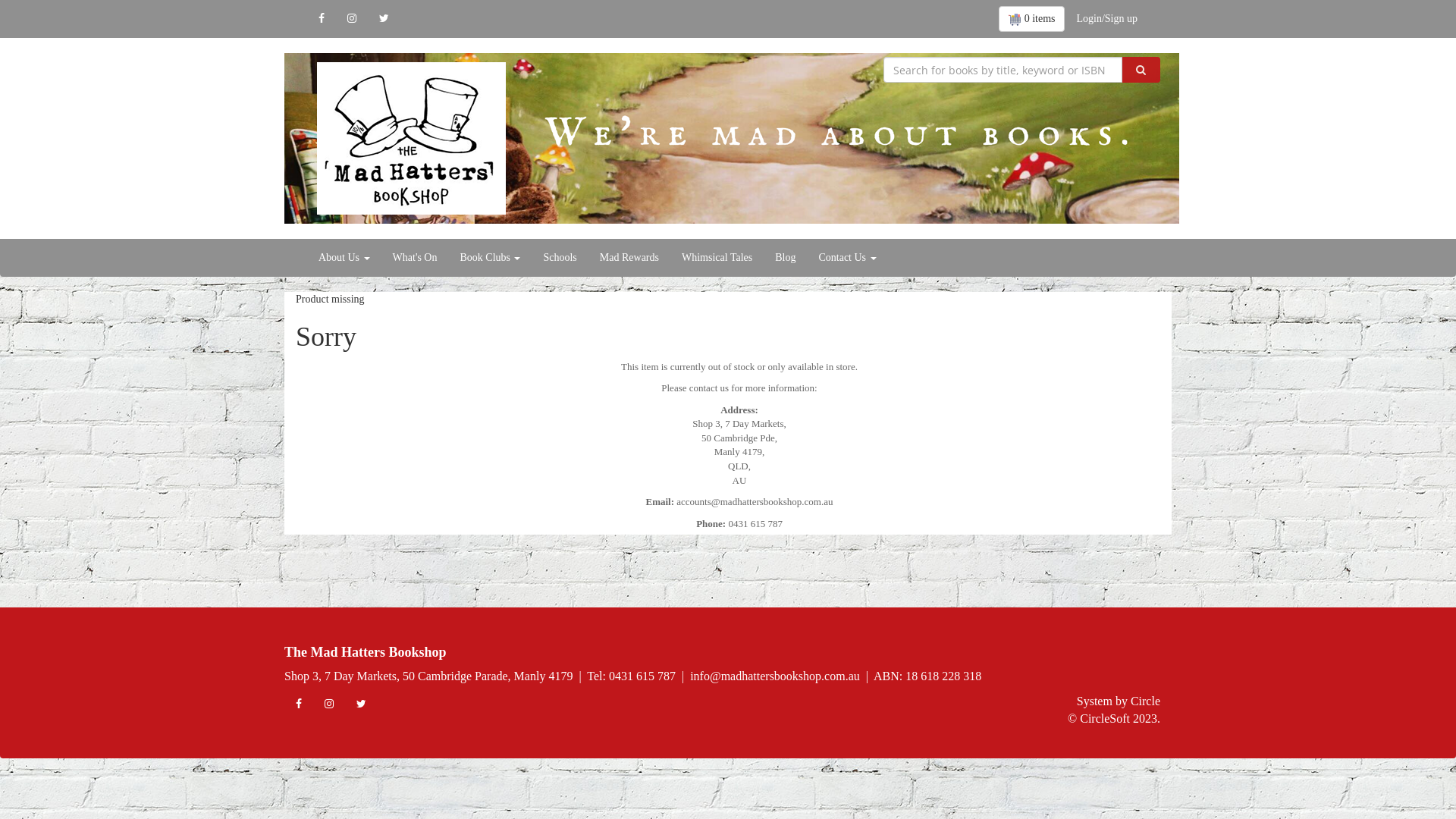  What do you see at coordinates (846, 256) in the screenshot?
I see `'Contact Us '` at bounding box center [846, 256].